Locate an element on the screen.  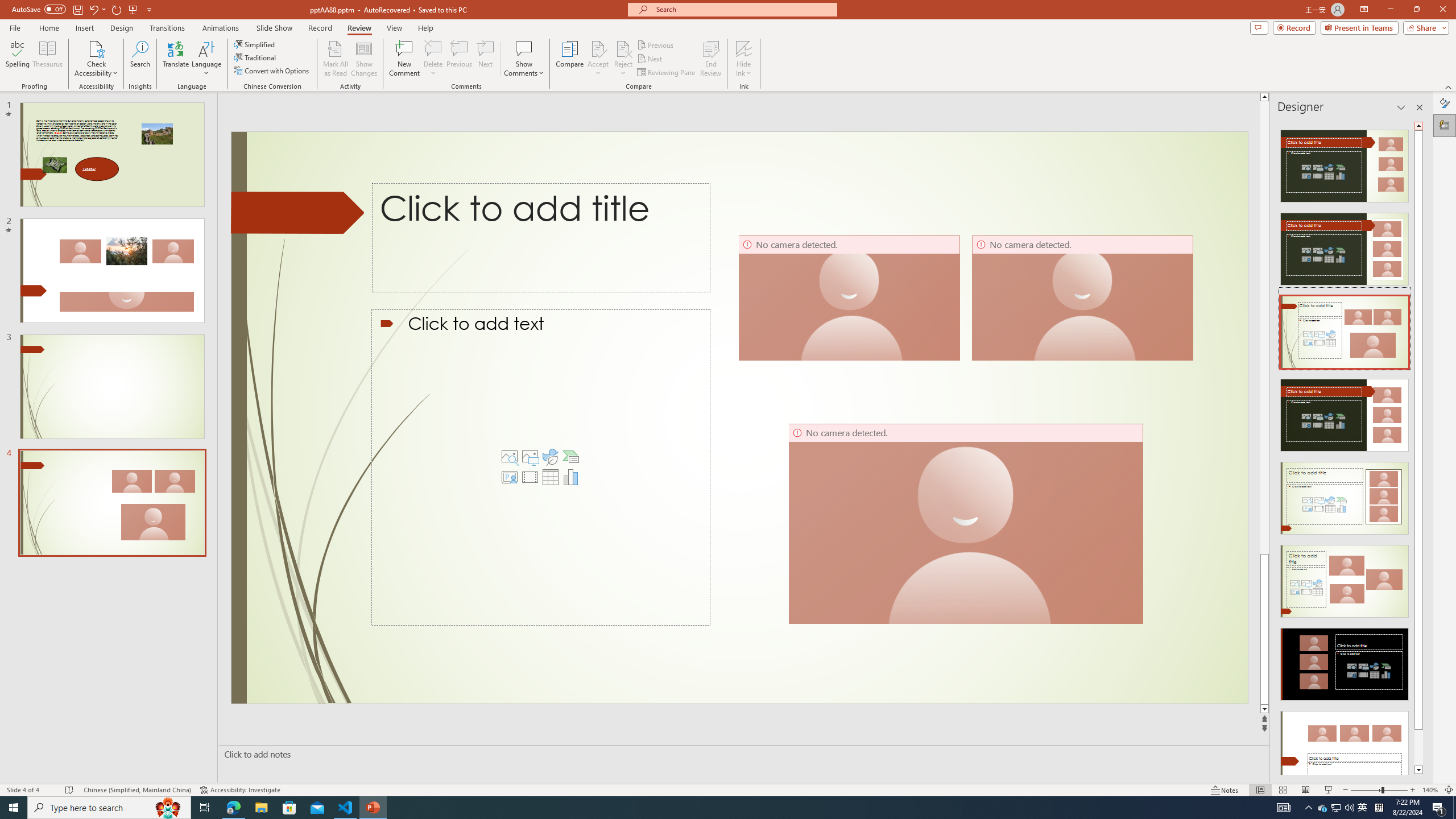
'Mark All as Read' is located at coordinates (336, 59).